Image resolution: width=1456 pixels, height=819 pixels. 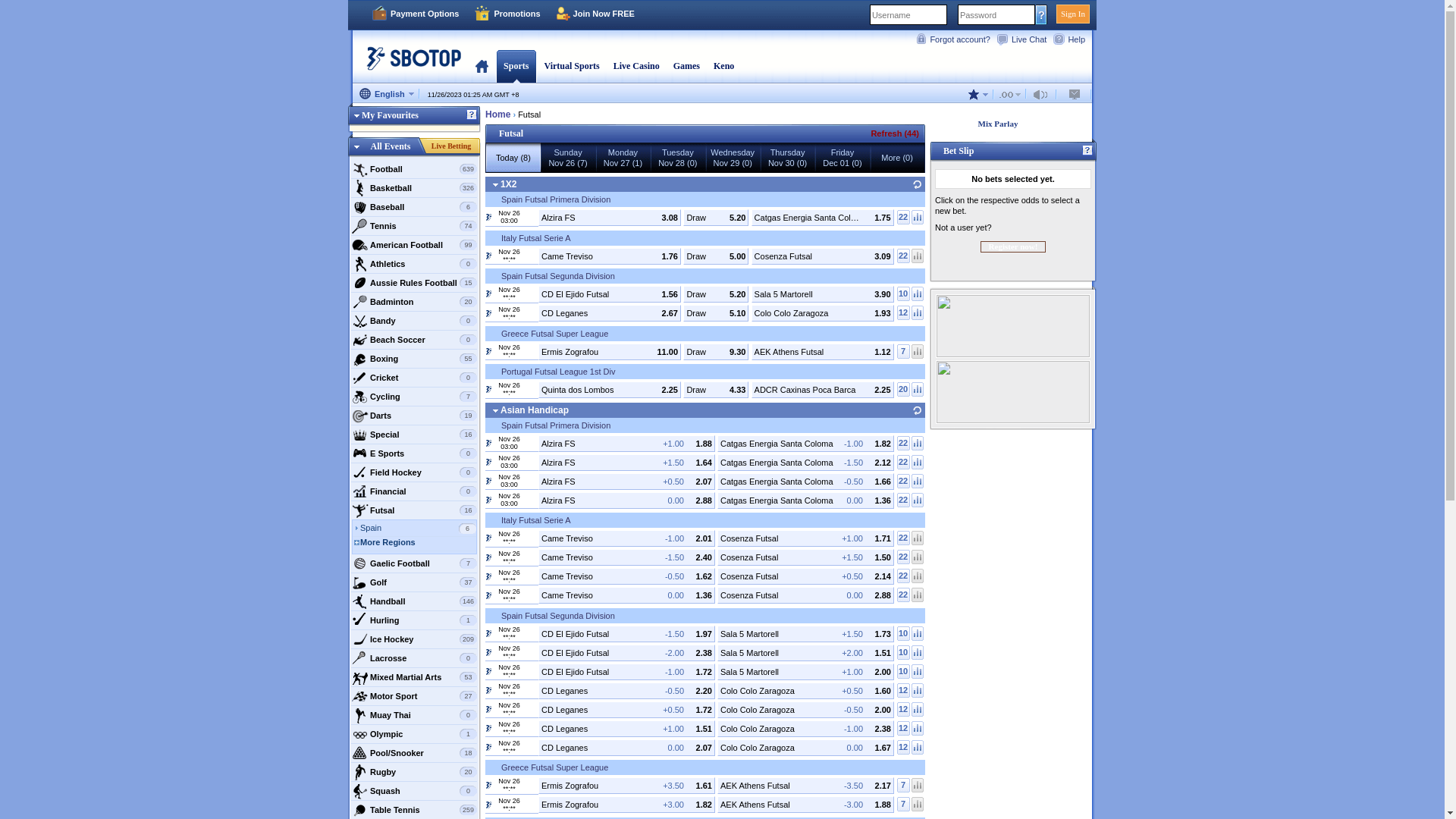 What do you see at coordinates (732, 158) in the screenshot?
I see `'Wednesday` at bounding box center [732, 158].